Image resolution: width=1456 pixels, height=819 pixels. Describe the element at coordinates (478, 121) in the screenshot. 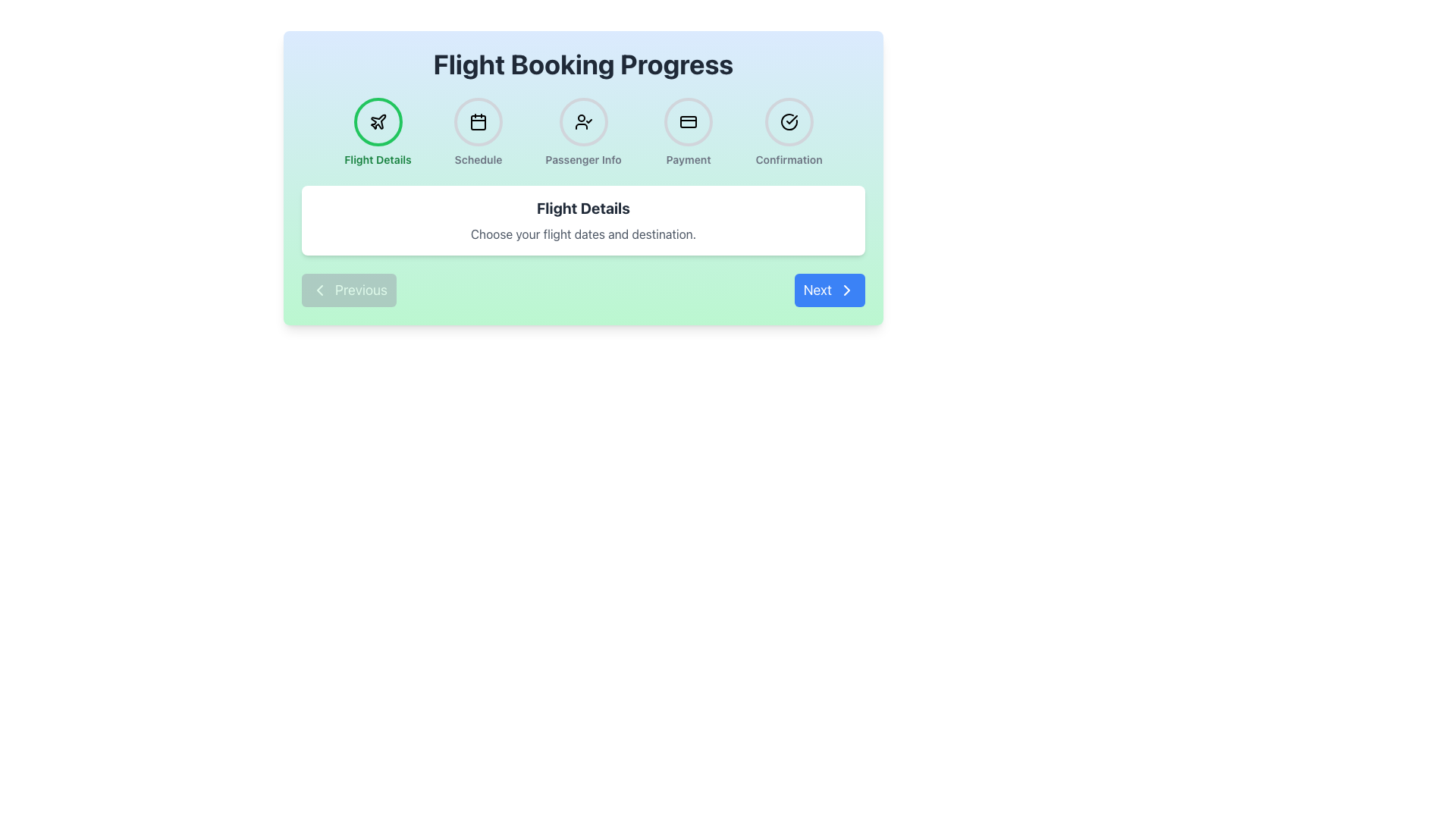

I see `the 'Schedule' Circular Icon Button, which is the second icon in the horizontal list representing steps in the flight booking process` at that location.